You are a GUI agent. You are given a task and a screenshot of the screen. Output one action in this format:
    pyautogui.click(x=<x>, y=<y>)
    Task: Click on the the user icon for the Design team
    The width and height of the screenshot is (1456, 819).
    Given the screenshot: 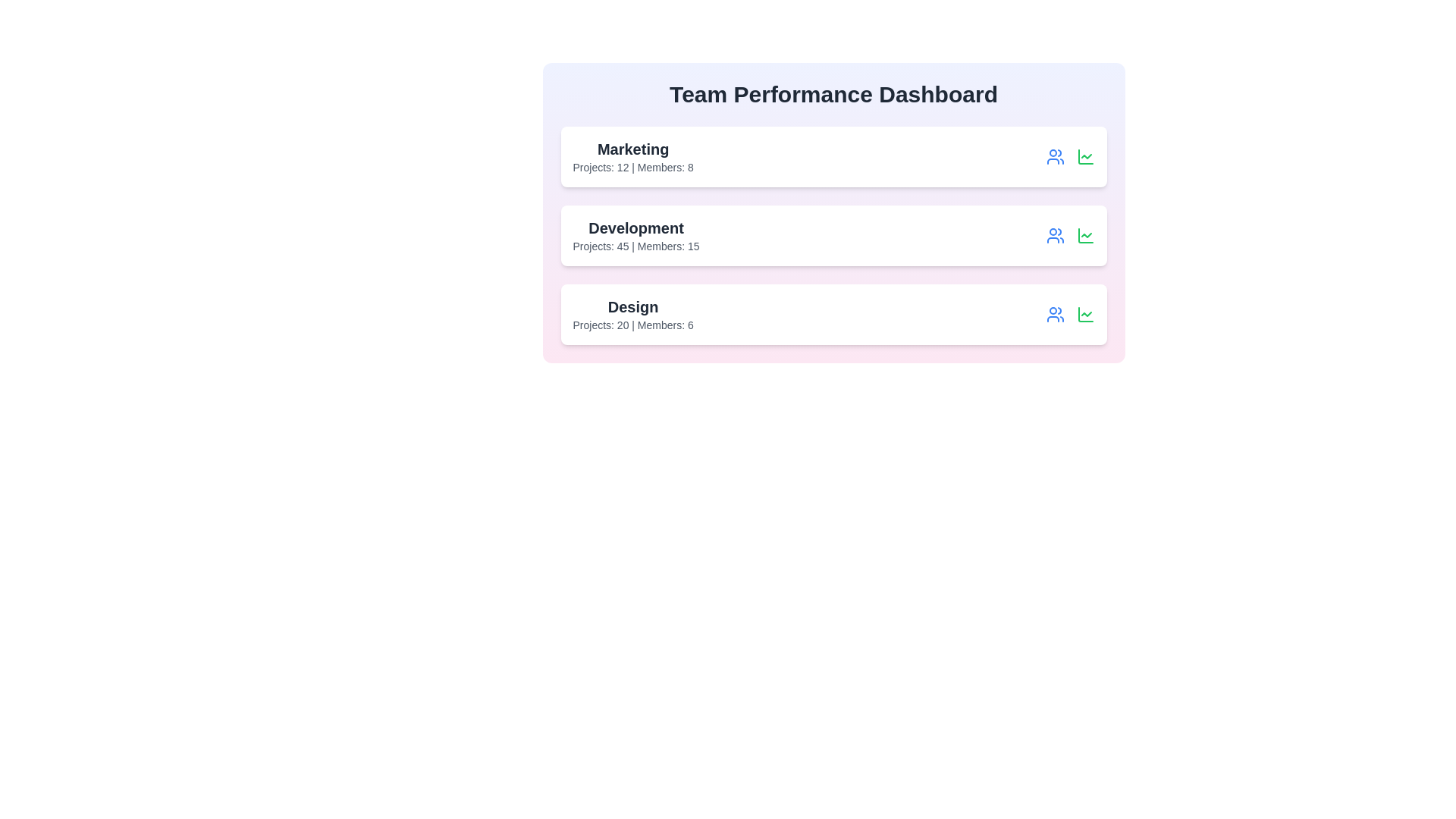 What is the action you would take?
    pyautogui.click(x=1054, y=314)
    